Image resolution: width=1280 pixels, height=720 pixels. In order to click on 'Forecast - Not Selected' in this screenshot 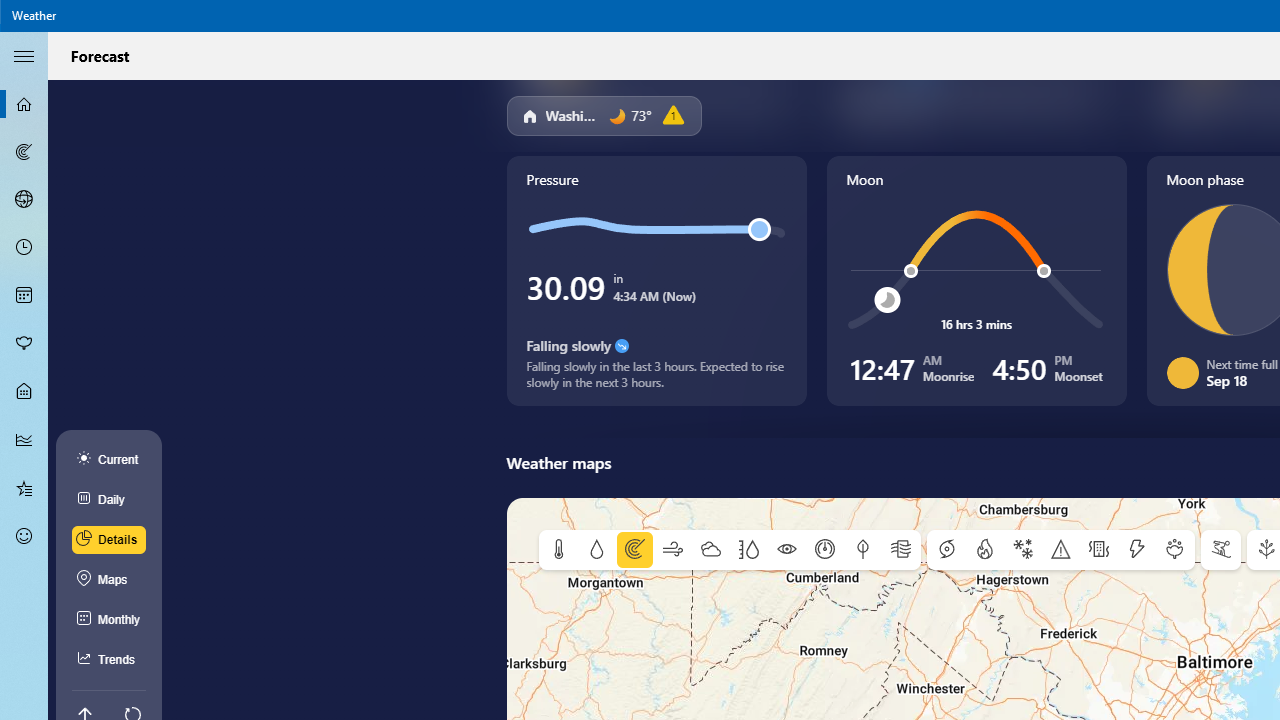, I will do `click(24, 104)`.